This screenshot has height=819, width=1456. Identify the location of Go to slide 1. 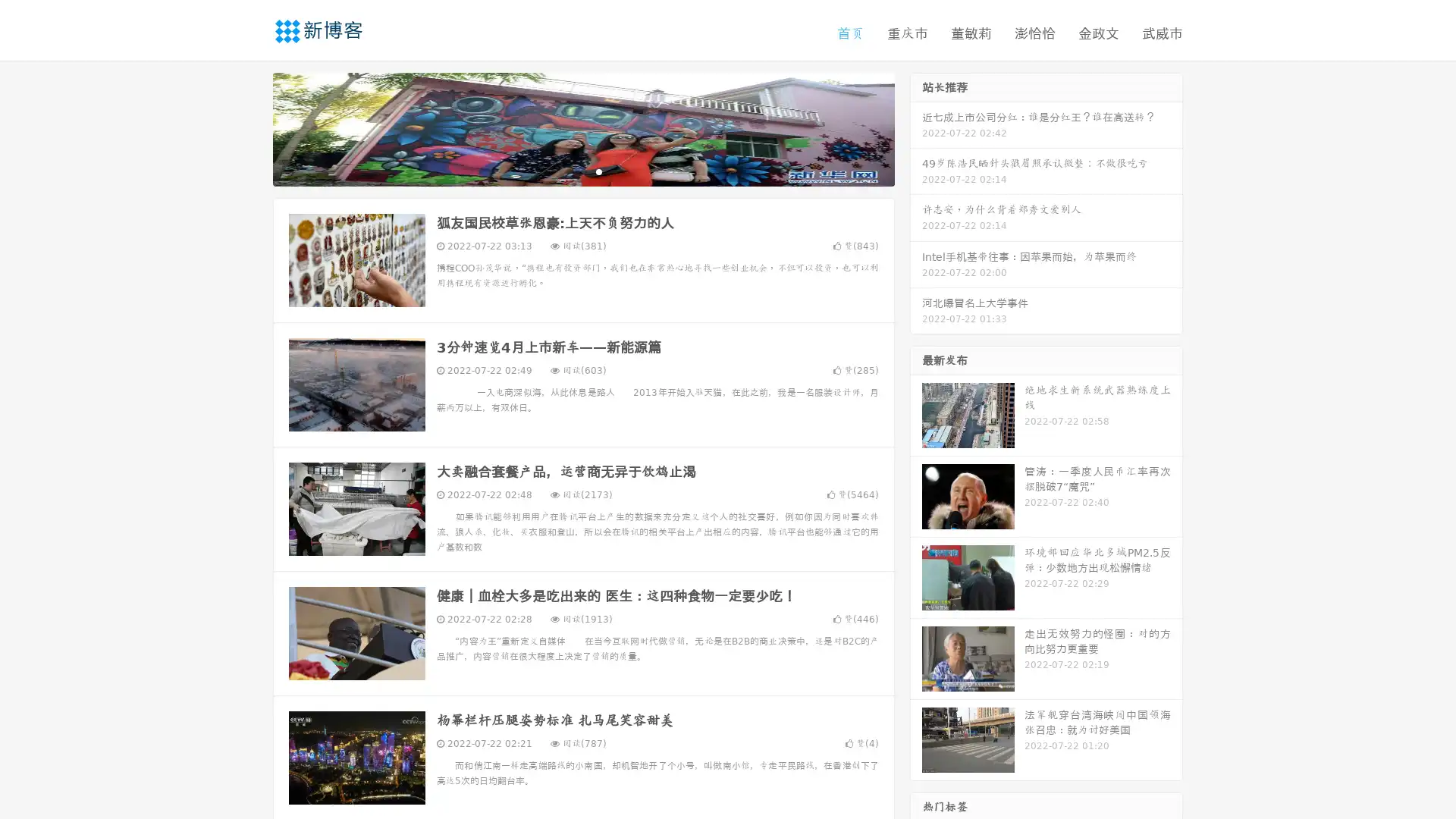
(567, 171).